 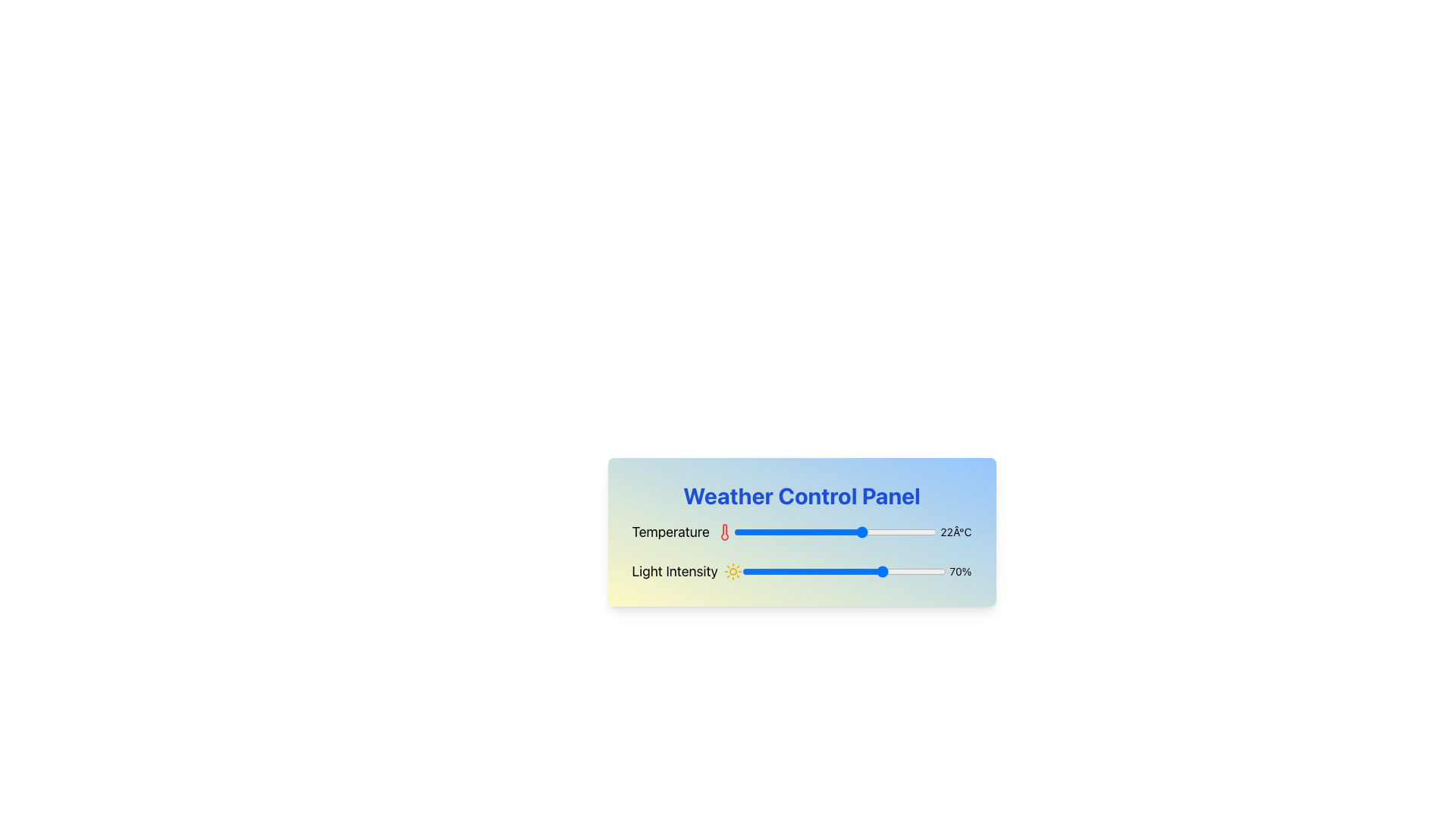 What do you see at coordinates (801, 563) in the screenshot?
I see `the 'Weather Control Panel', which is a light-themed rectangular panel with rounded corners, displaying 'Weather Control Panel' at the top and containing sliders for 'Temperature' and 'Light Intensity'` at bounding box center [801, 563].